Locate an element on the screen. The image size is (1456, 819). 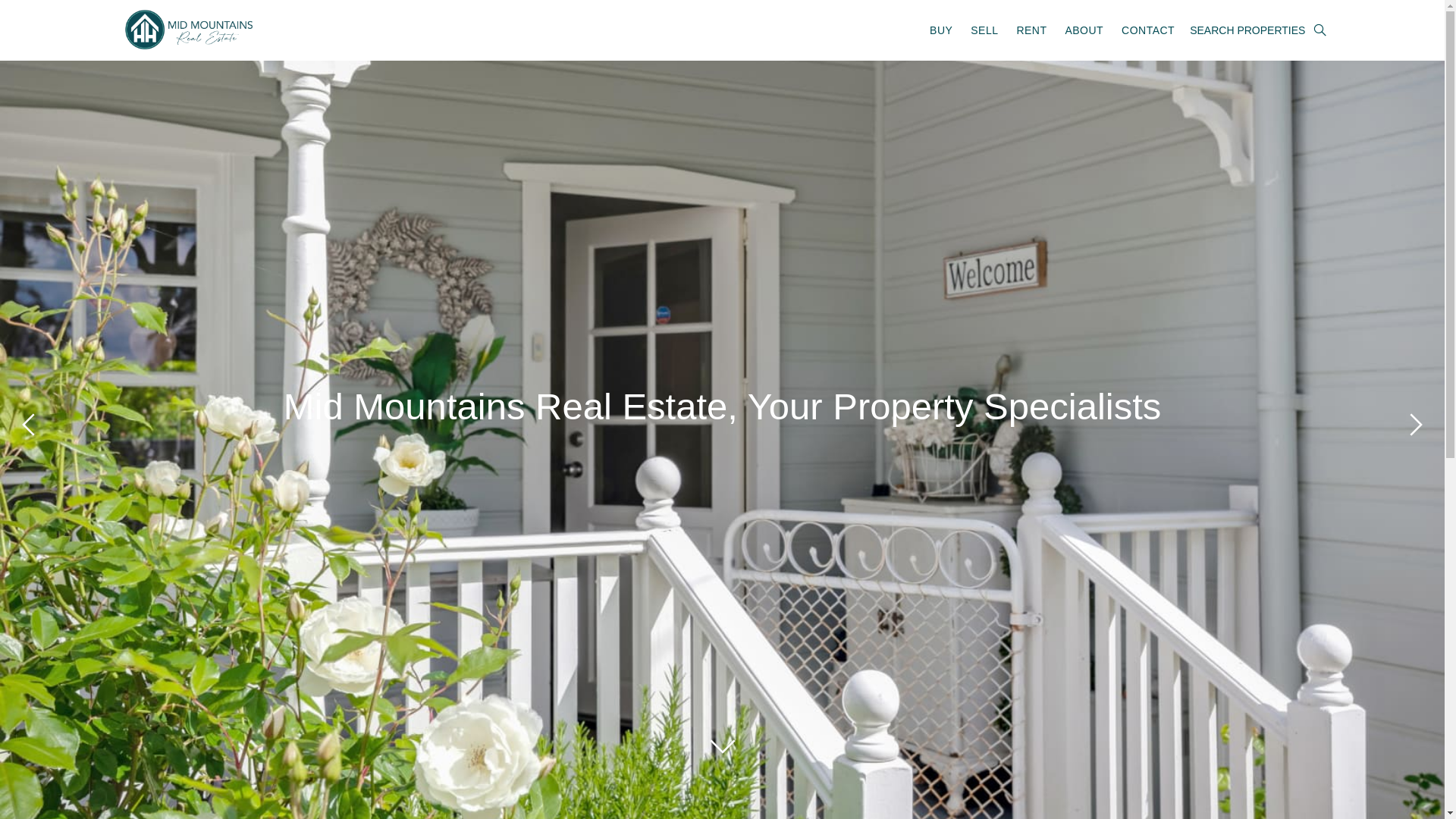
'BUY' is located at coordinates (940, 30).